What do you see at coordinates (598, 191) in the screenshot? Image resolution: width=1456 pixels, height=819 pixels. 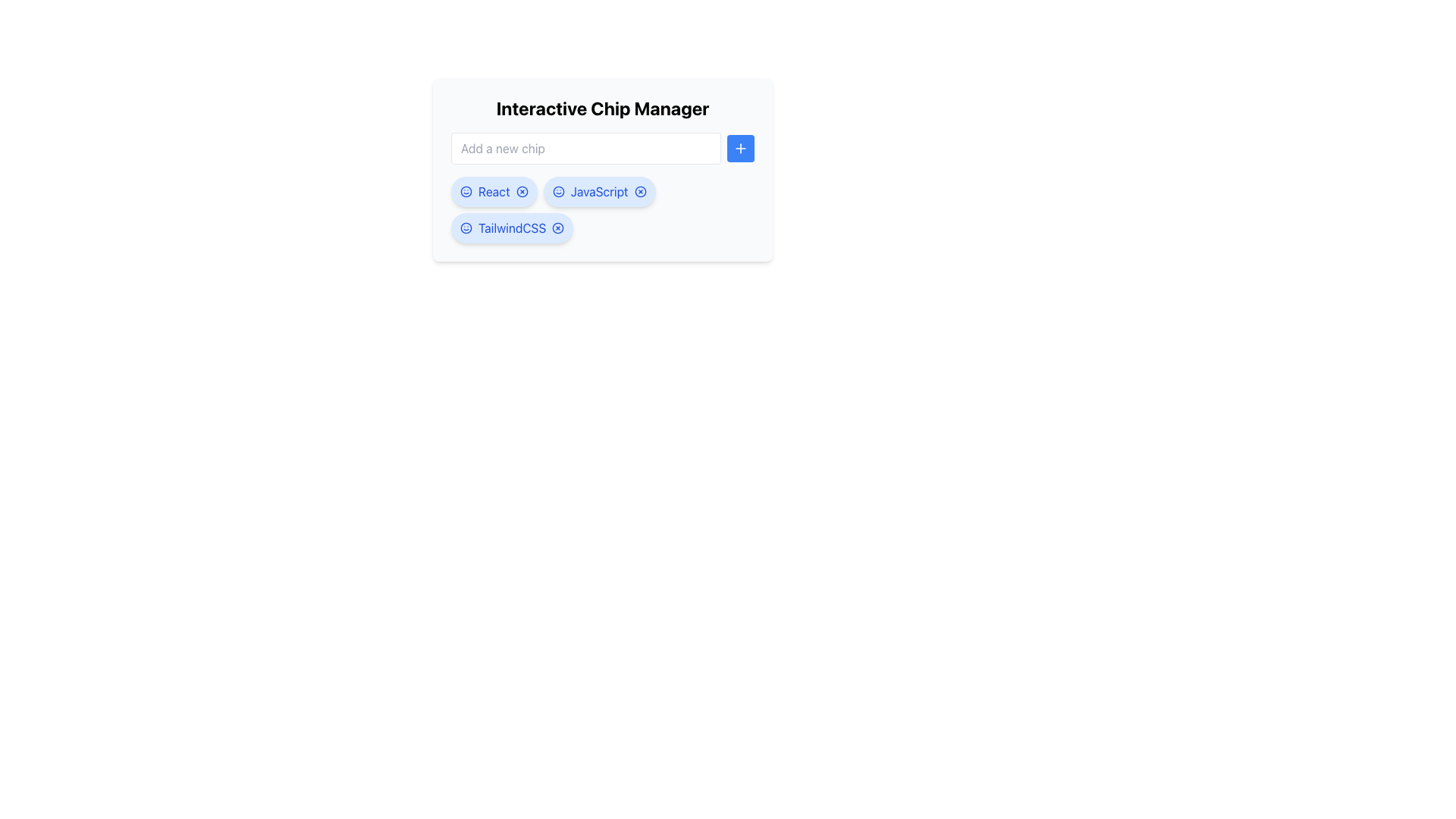 I see `the tag button for 'JavaScript' which is positioned to the right of the 'React' button and to the left of the 'TailwindCSS' button` at bounding box center [598, 191].